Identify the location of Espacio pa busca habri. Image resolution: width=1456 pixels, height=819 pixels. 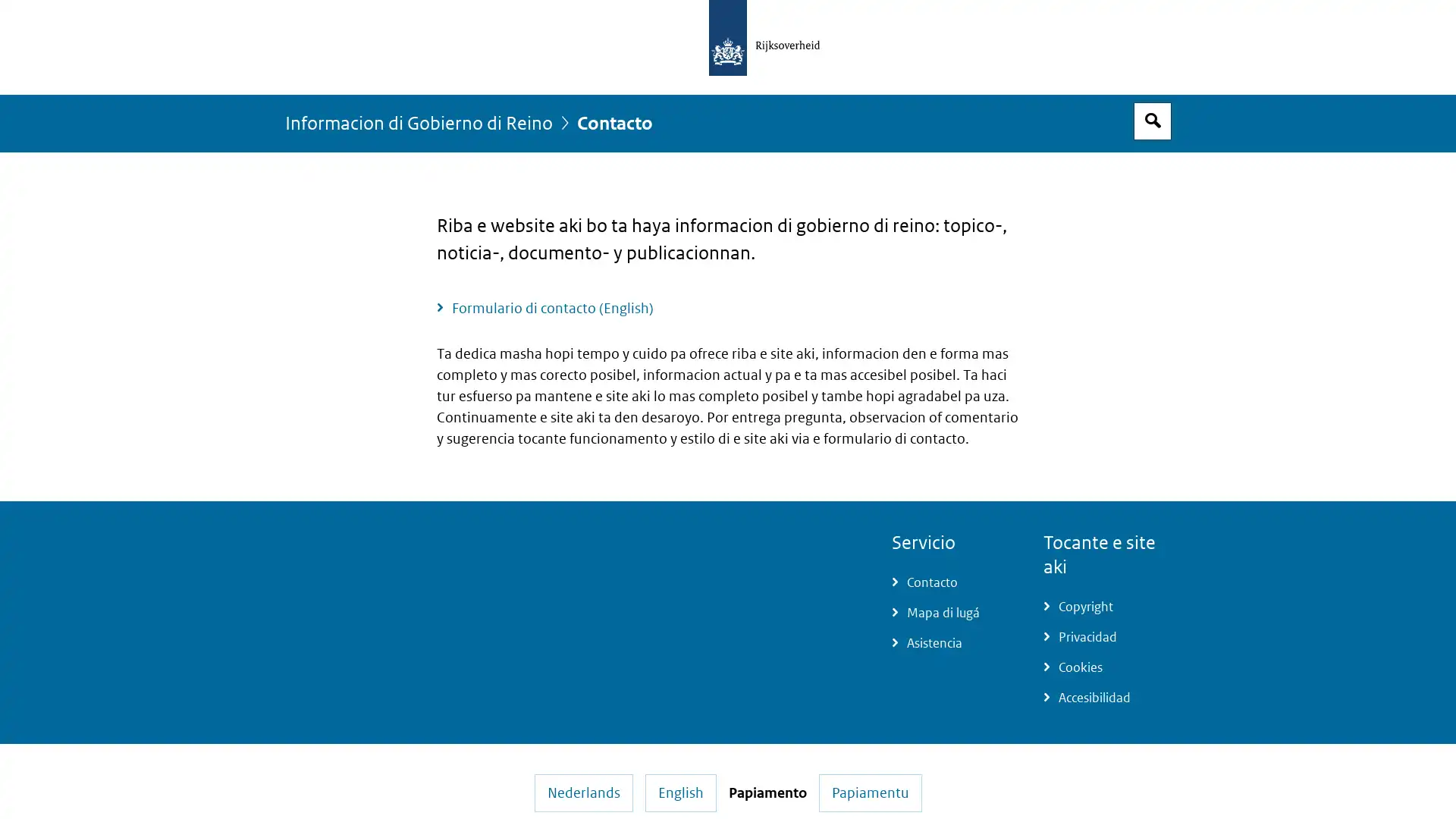
(1153, 120).